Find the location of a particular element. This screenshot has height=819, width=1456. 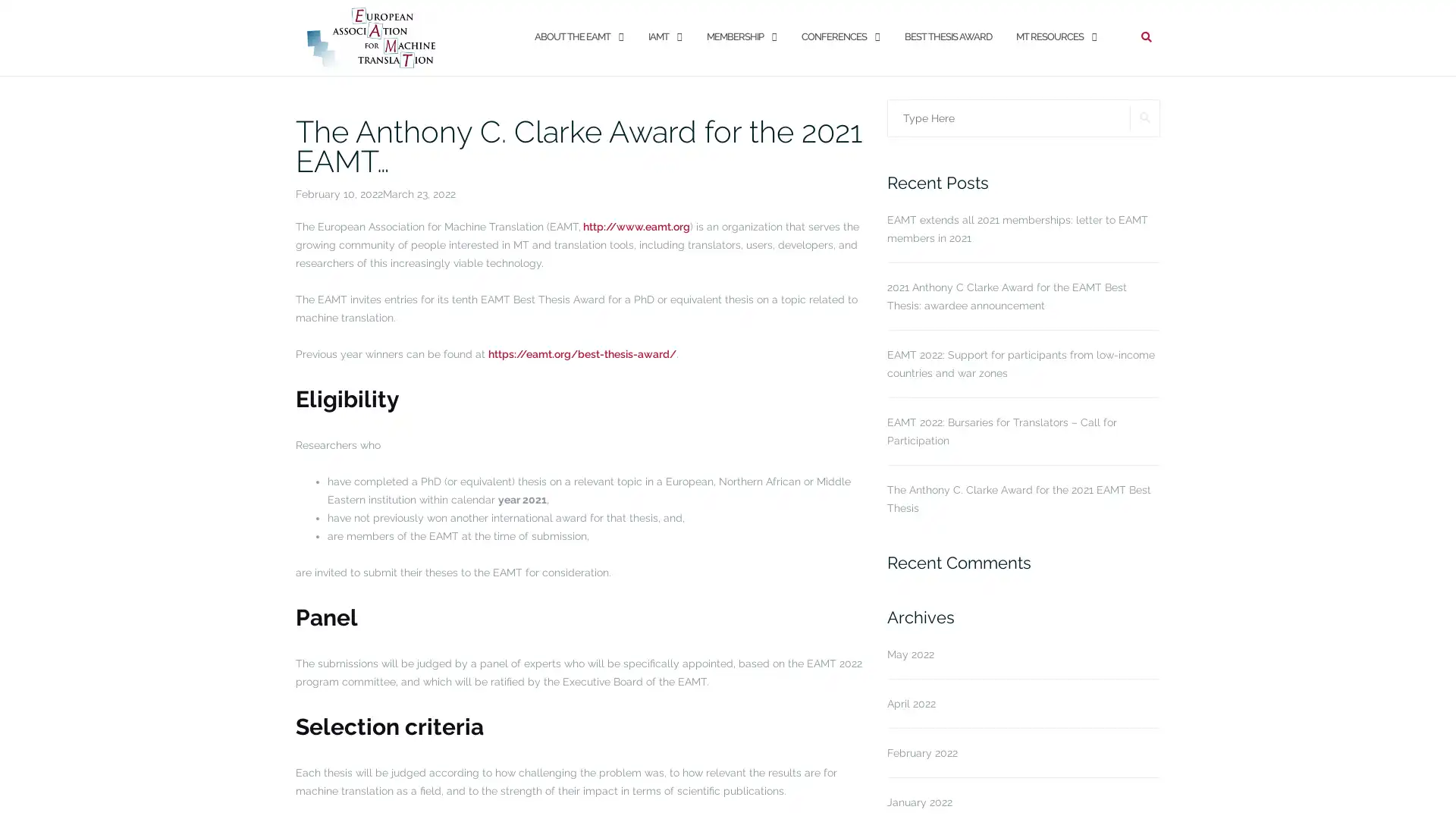

SEARCH is located at coordinates (1145, 116).